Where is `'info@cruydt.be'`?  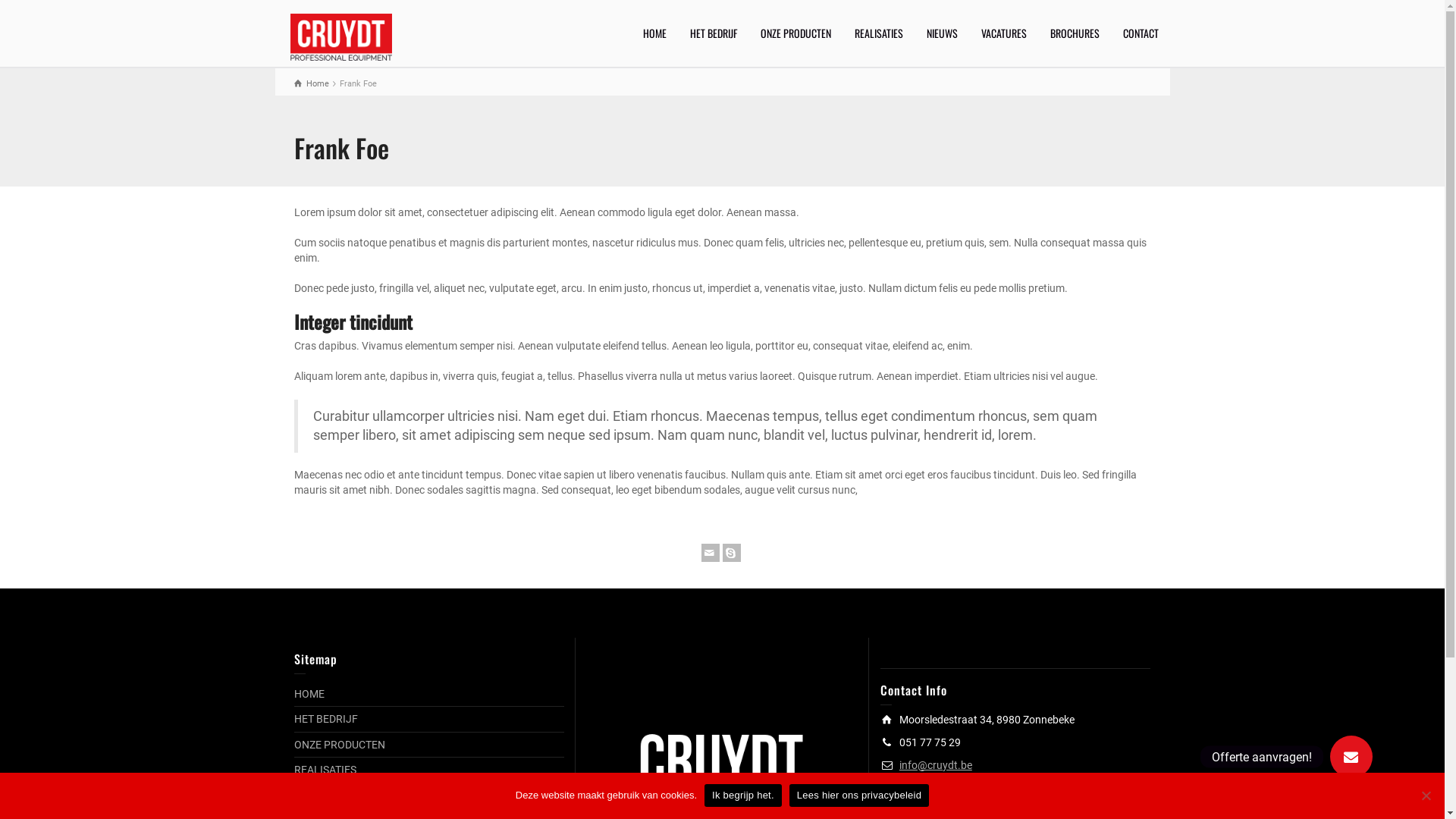 'info@cruydt.be' is located at coordinates (934, 765).